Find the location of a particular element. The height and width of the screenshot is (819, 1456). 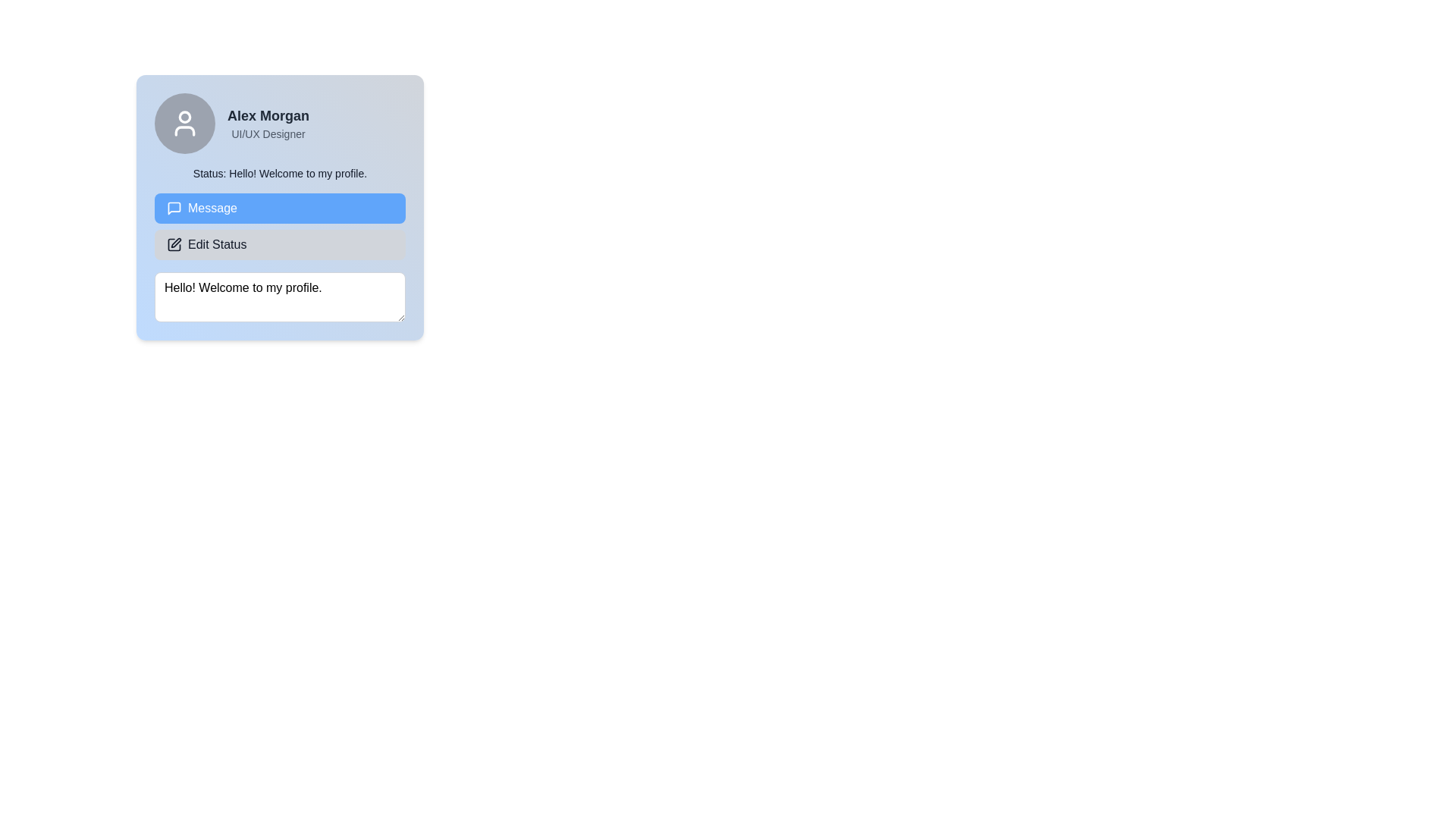

the circular graphical icon representing a user avatar located at the top-left corner of the user profile card is located at coordinates (184, 116).